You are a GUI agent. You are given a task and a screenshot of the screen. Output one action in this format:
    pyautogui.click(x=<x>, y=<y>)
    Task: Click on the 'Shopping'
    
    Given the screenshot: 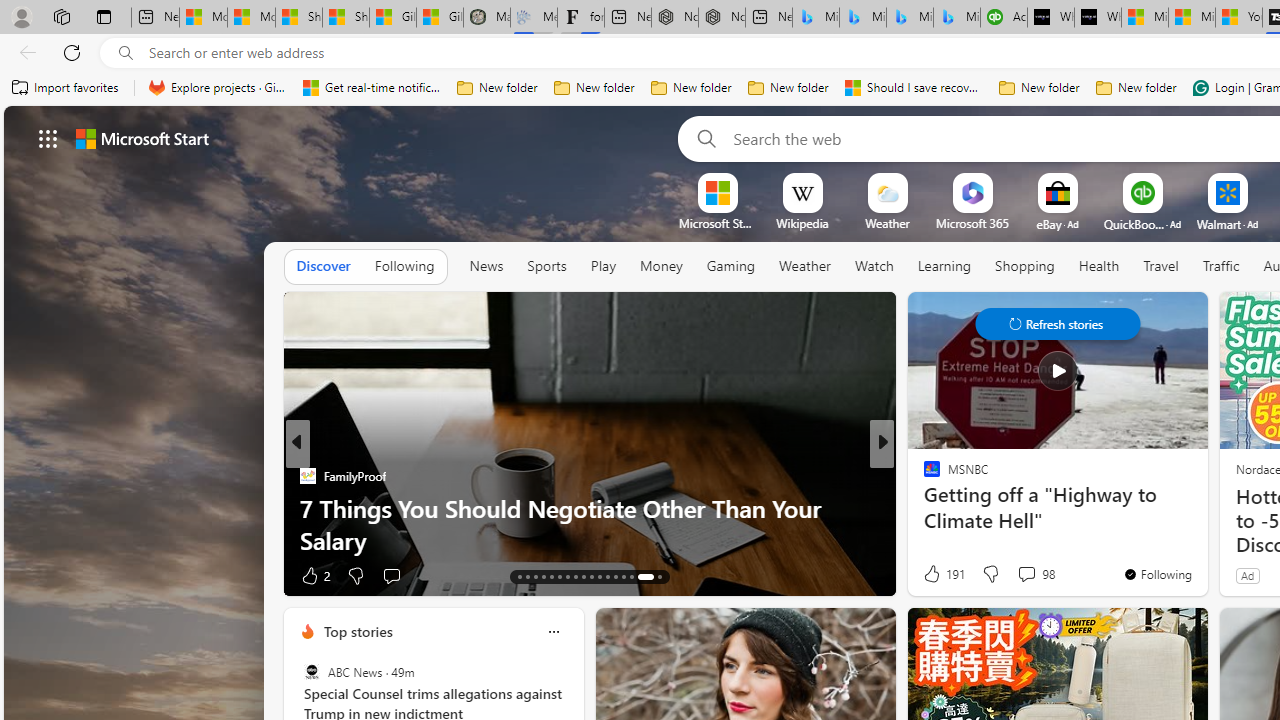 What is the action you would take?
    pyautogui.click(x=1025, y=265)
    